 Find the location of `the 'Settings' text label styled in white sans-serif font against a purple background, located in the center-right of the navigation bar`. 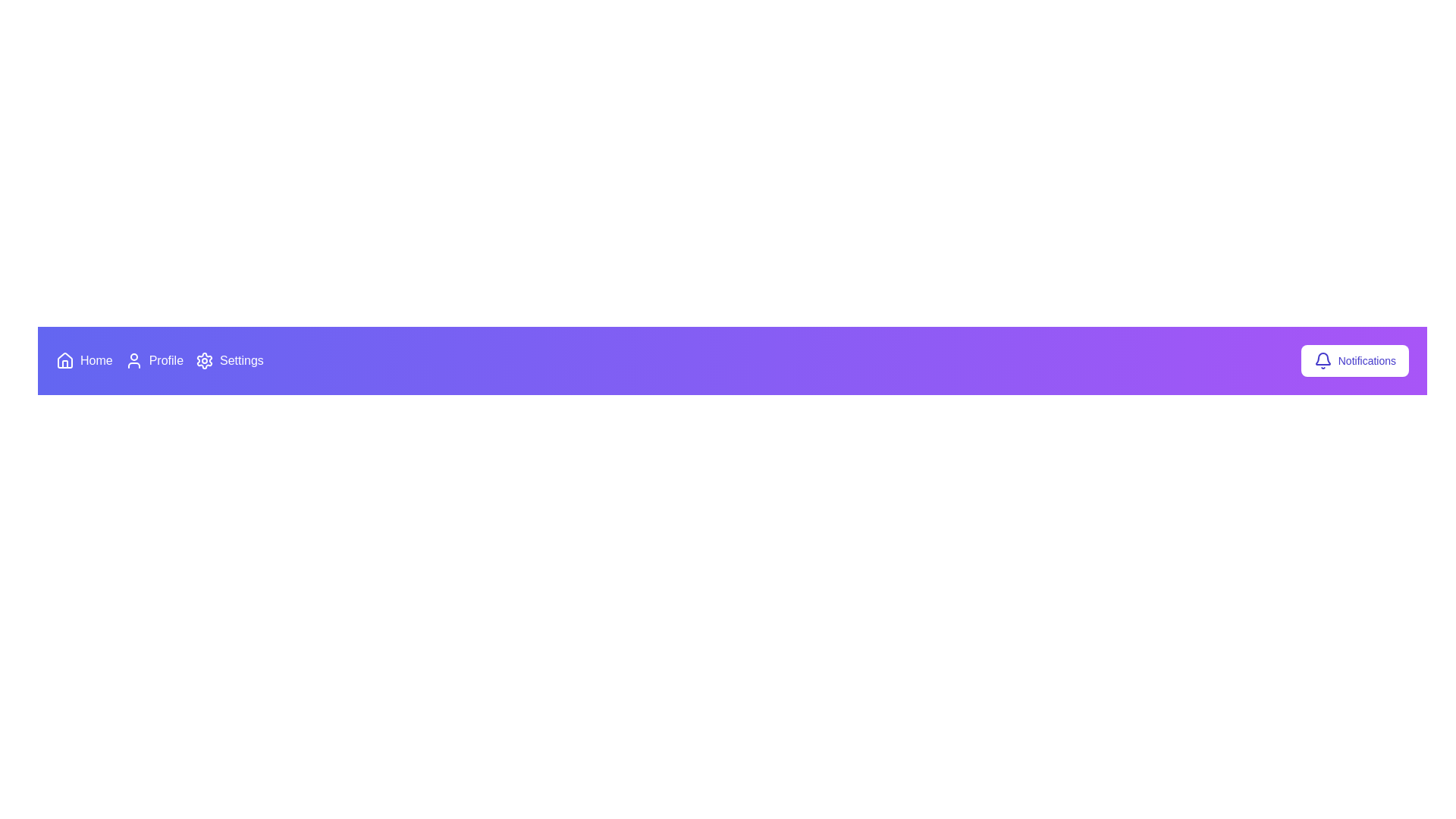

the 'Settings' text label styled in white sans-serif font against a purple background, located in the center-right of the navigation bar is located at coordinates (240, 360).